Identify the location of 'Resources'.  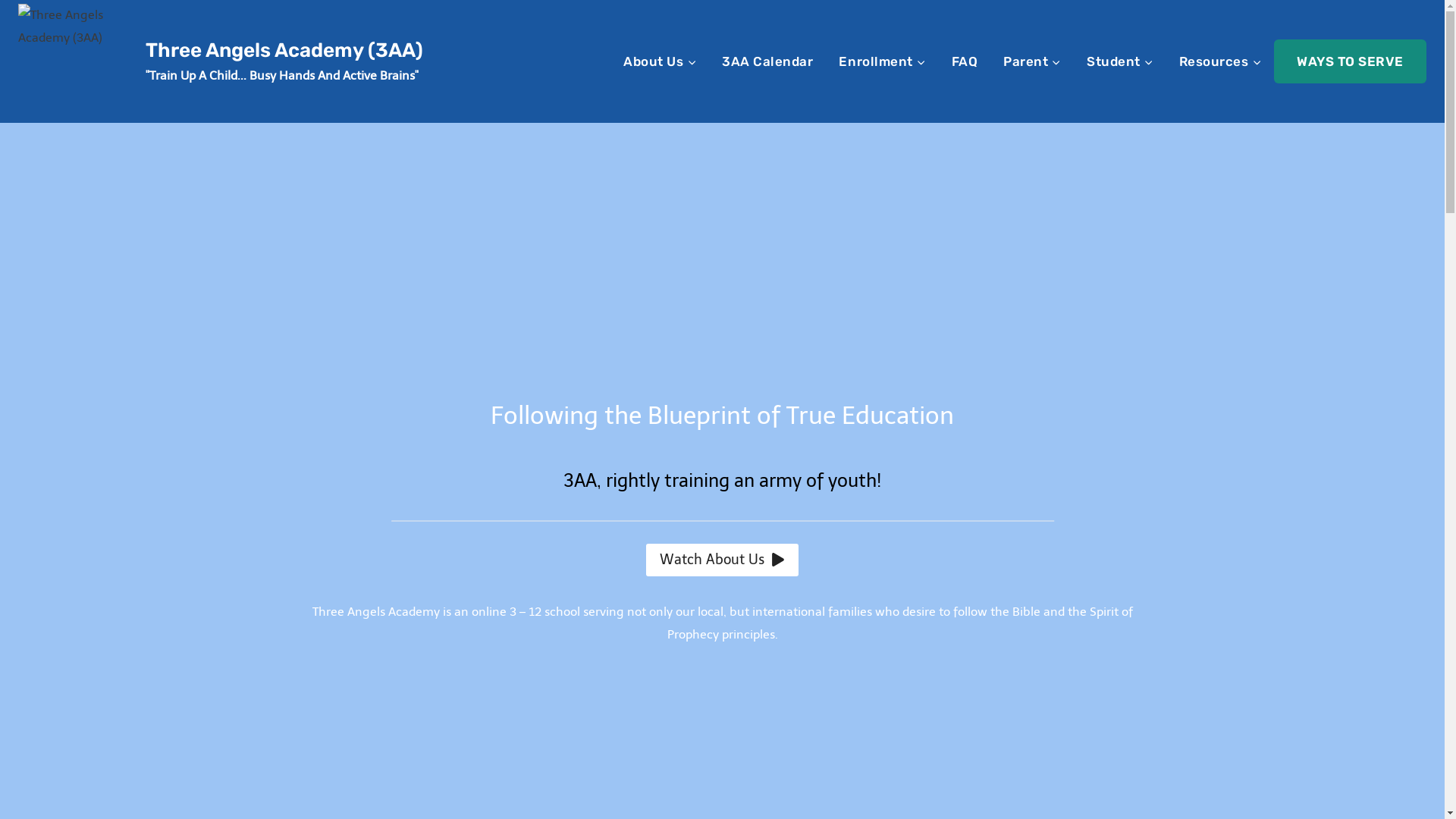
(1220, 60).